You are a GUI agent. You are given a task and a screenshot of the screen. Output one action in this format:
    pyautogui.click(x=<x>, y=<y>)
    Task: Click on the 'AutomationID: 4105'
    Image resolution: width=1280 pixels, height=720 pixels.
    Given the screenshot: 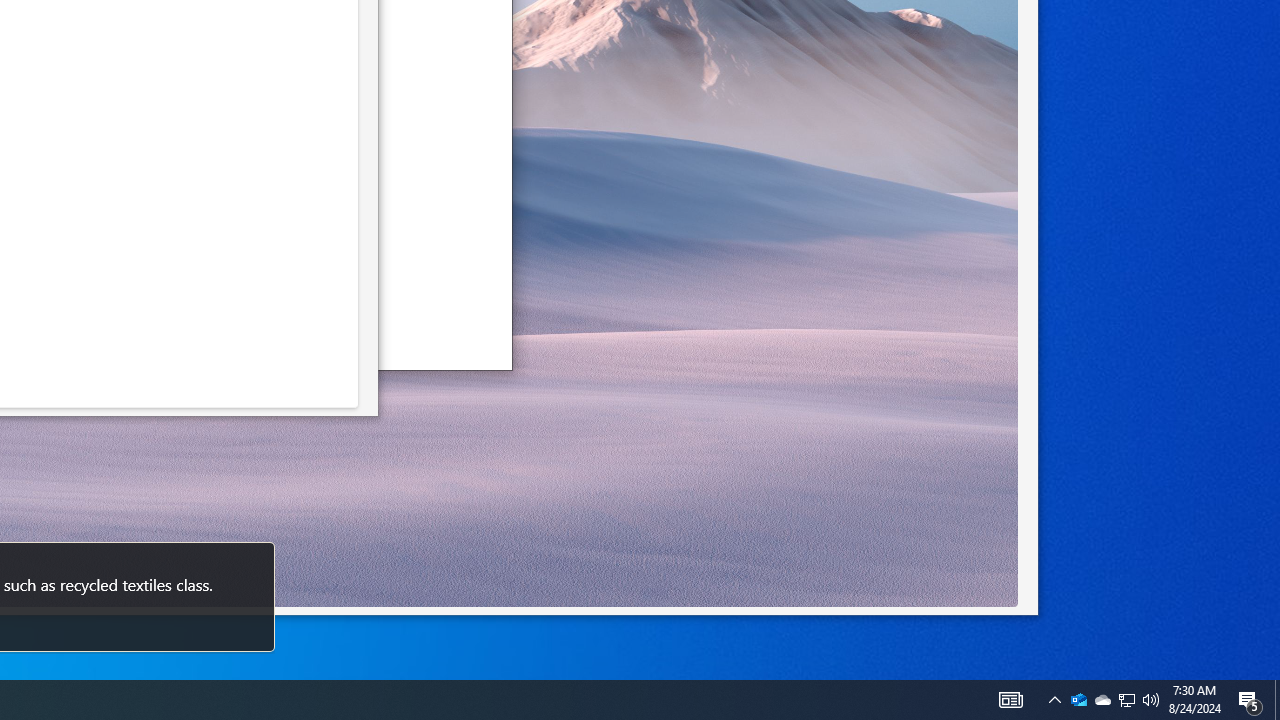 What is the action you would take?
    pyautogui.click(x=1011, y=698)
    